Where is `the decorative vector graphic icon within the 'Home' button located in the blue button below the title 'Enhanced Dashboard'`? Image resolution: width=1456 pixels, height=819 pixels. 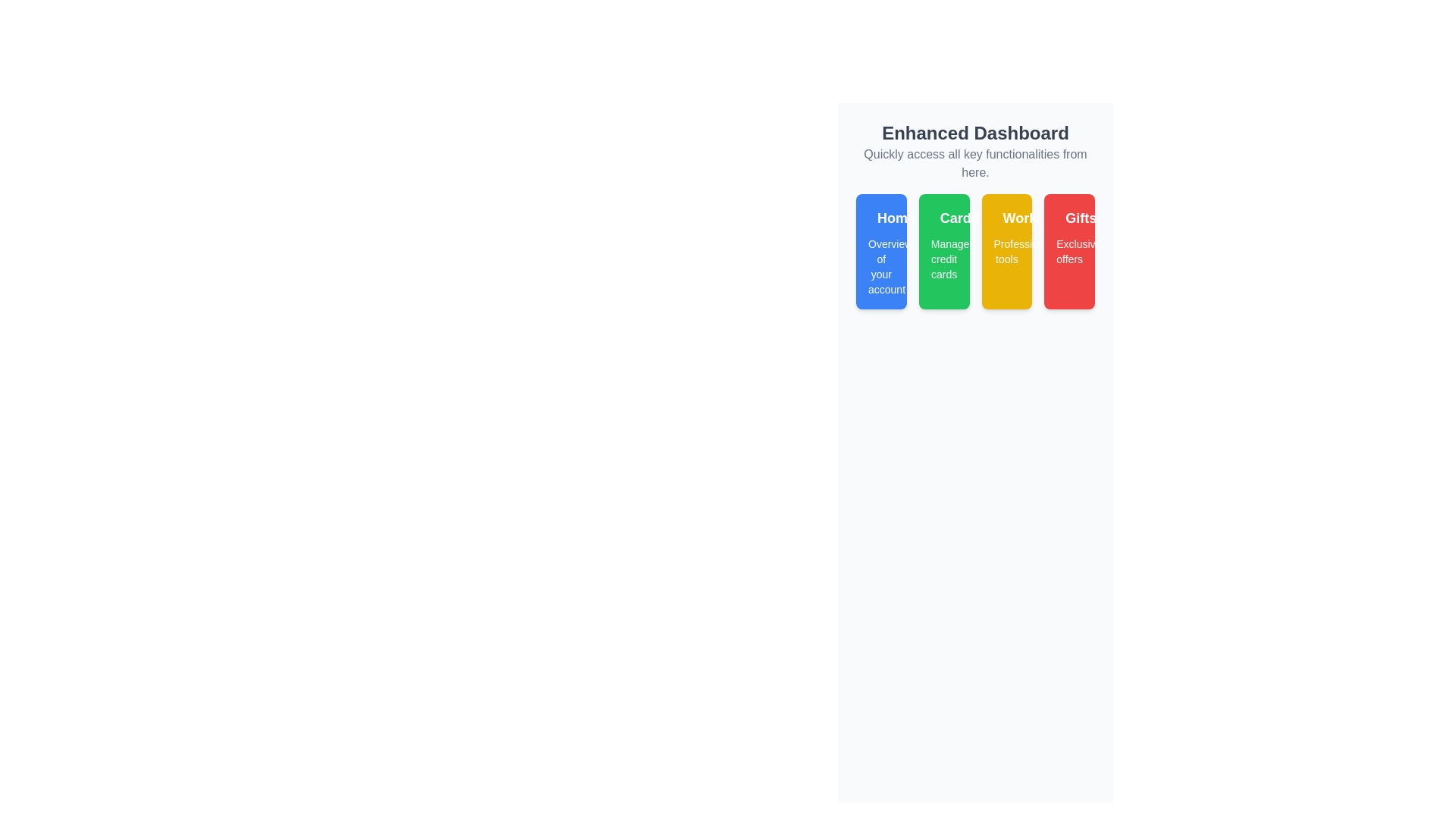 the decorative vector graphic icon within the 'Home' button located in the blue button below the title 'Enhanced Dashboard' is located at coordinates (877, 214).